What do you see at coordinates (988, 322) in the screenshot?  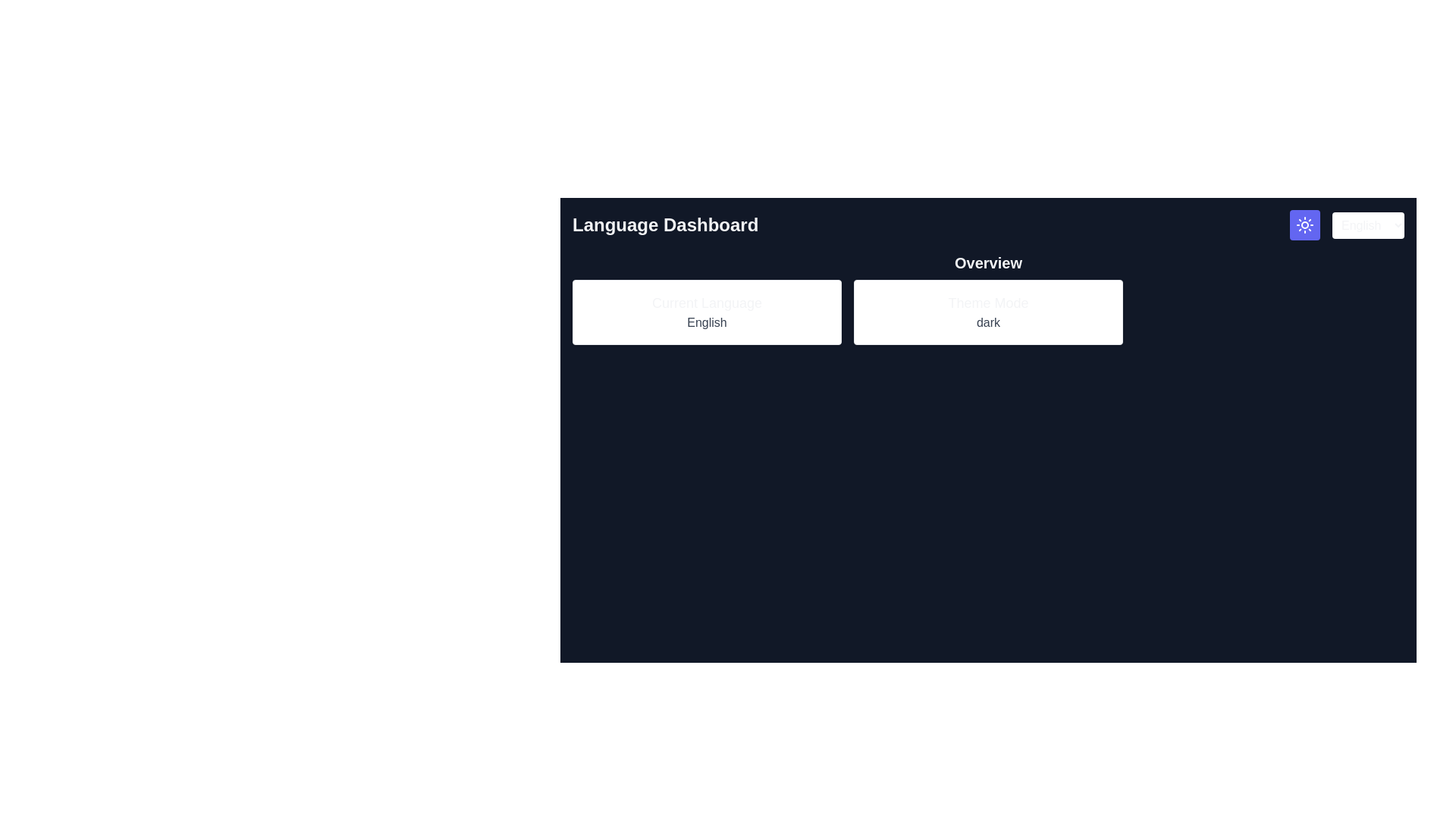 I see `the Text label that displays the current theme mode, which is 'dark', located below the 'Theme Mode' text in the 'Overview' section` at bounding box center [988, 322].